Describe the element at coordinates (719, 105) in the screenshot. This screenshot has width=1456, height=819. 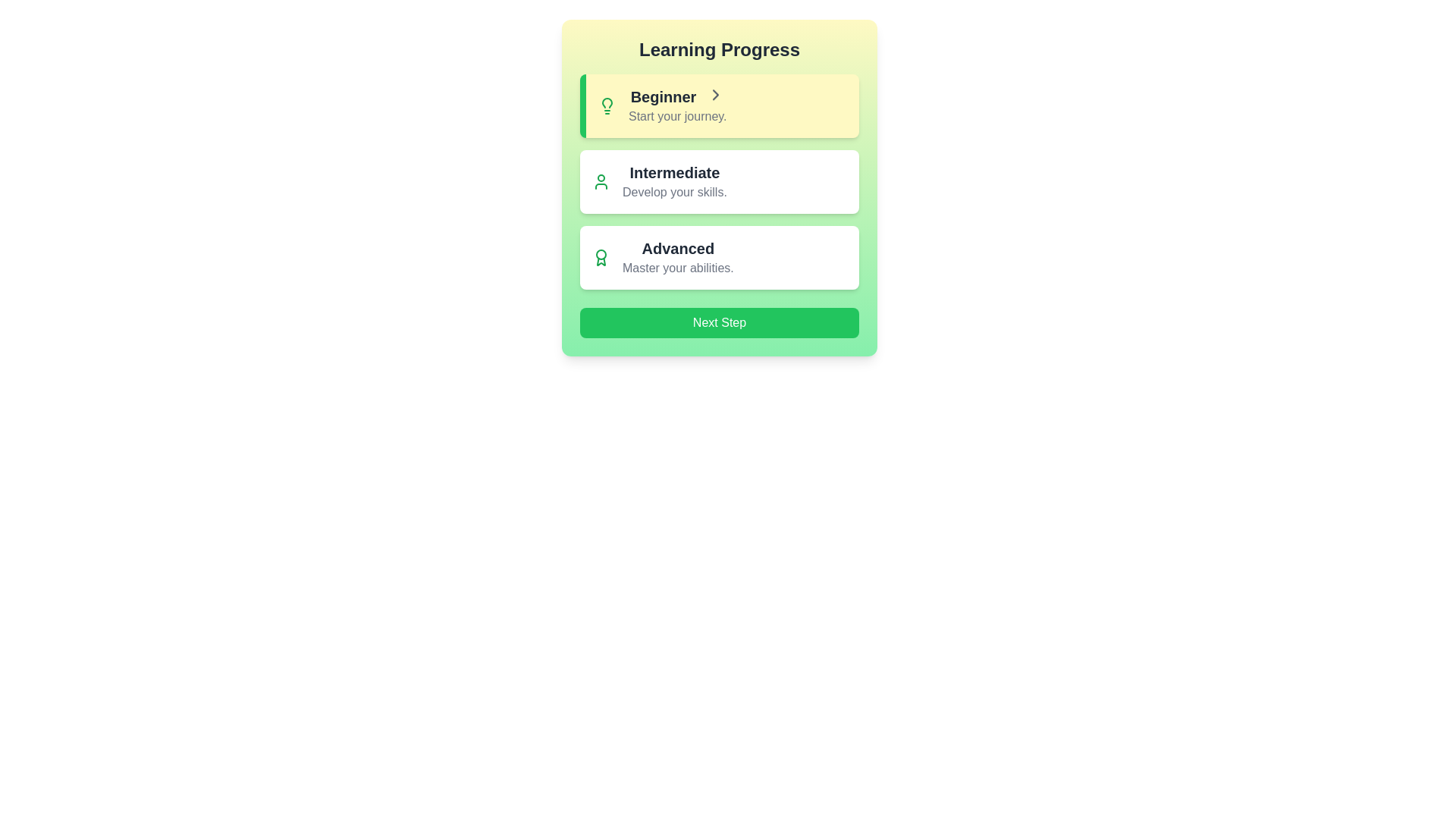
I see `the first Interactive Card in the 'Learning Progress' section, which provides access to details or content related to beginning a journey or learning experience` at that location.